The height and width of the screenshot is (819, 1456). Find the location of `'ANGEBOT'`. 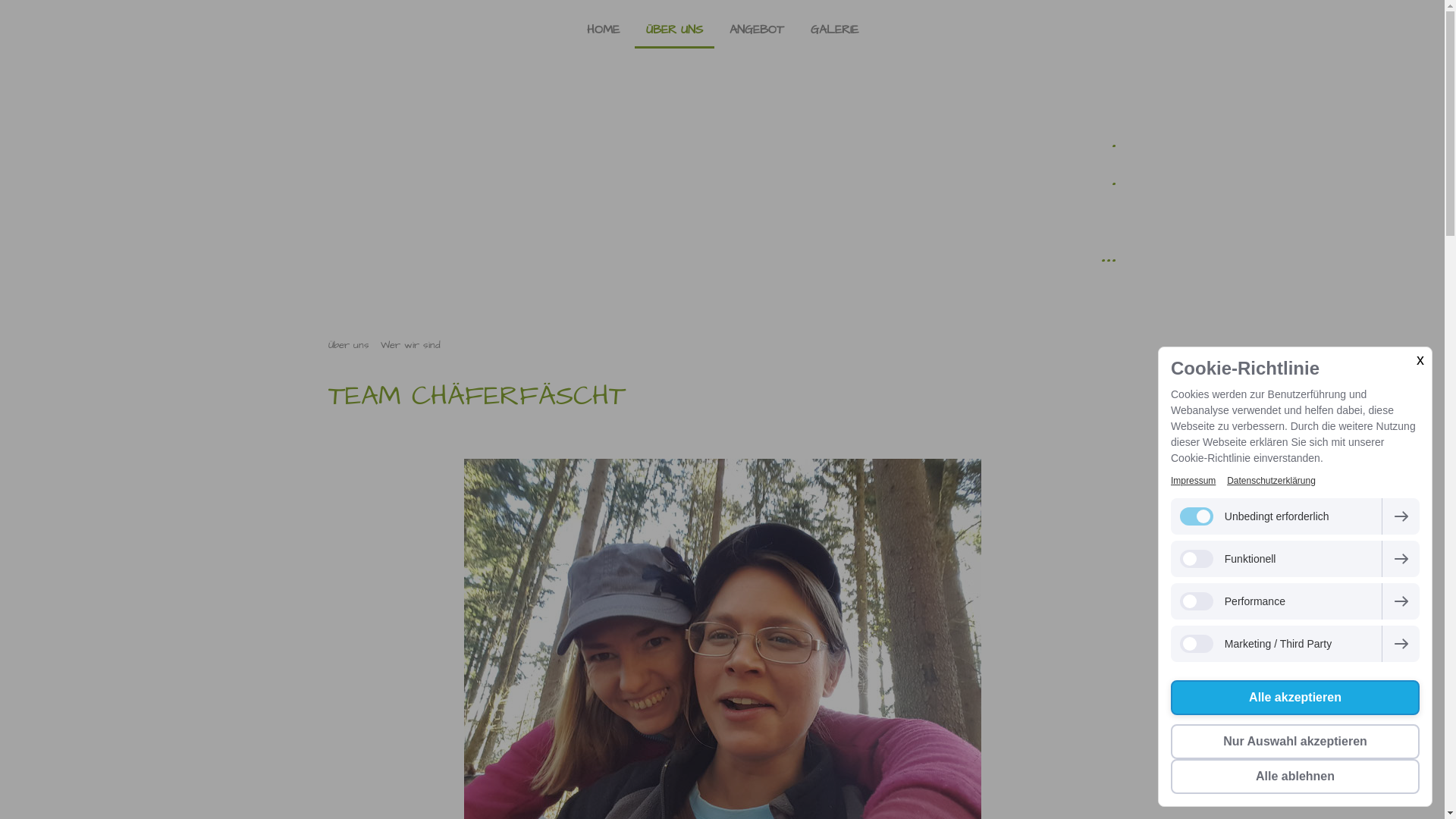

'ANGEBOT' is located at coordinates (756, 30).